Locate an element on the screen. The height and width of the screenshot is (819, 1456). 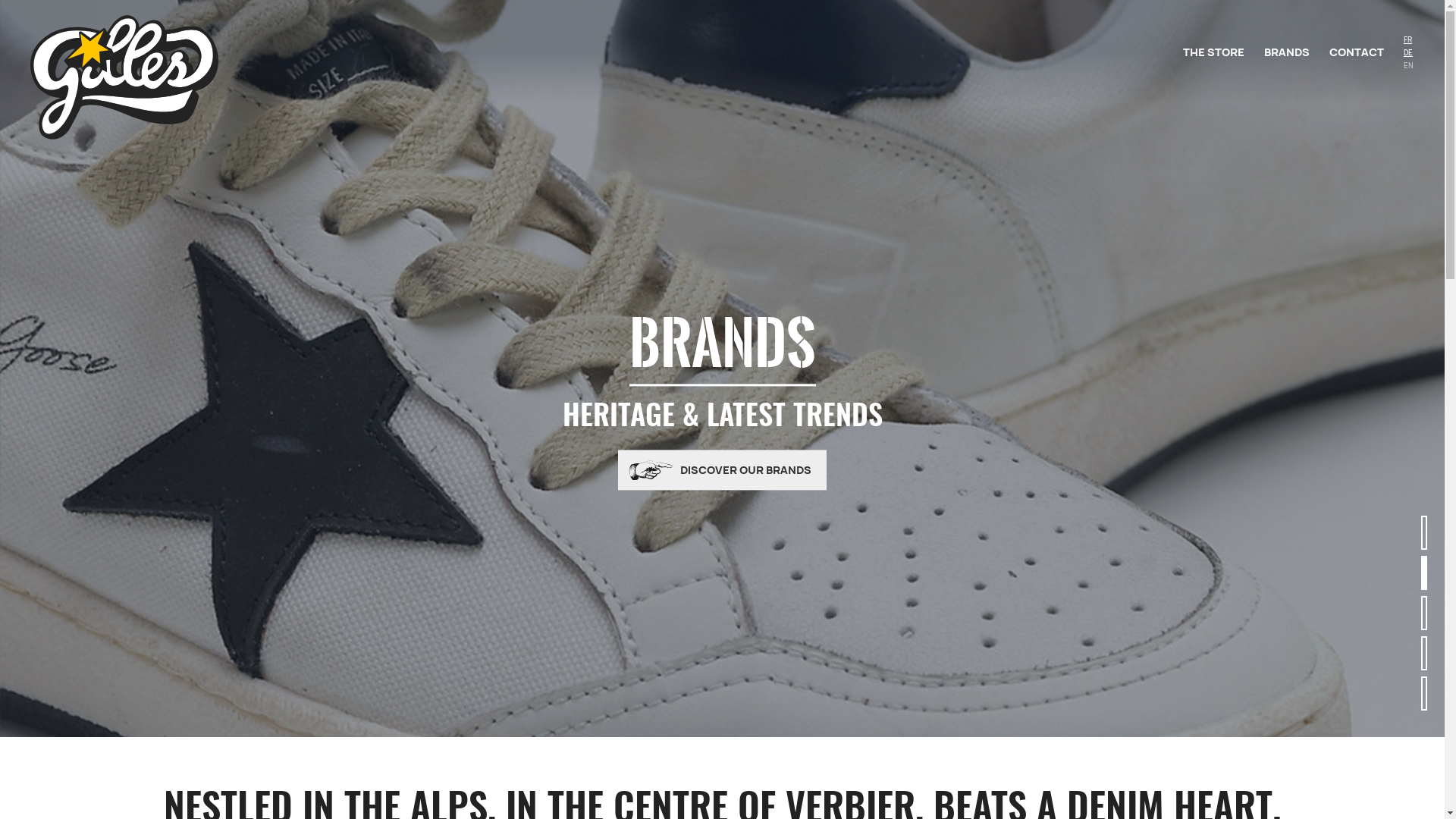
'DISCOVER OUR BRANDS' is located at coordinates (721, 469).